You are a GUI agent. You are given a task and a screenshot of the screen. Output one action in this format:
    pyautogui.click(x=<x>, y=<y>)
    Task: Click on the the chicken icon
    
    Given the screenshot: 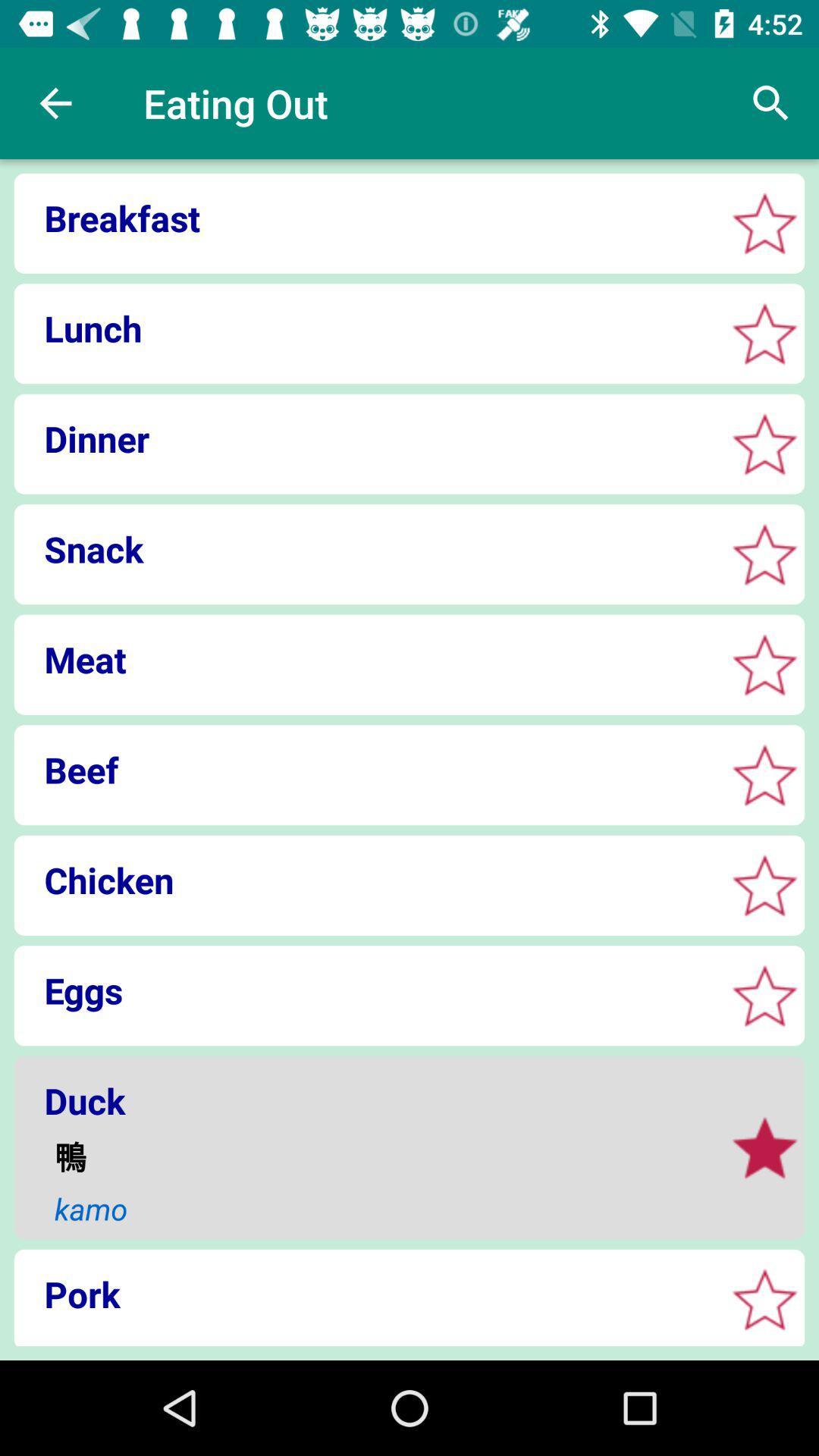 What is the action you would take?
    pyautogui.click(x=365, y=880)
    